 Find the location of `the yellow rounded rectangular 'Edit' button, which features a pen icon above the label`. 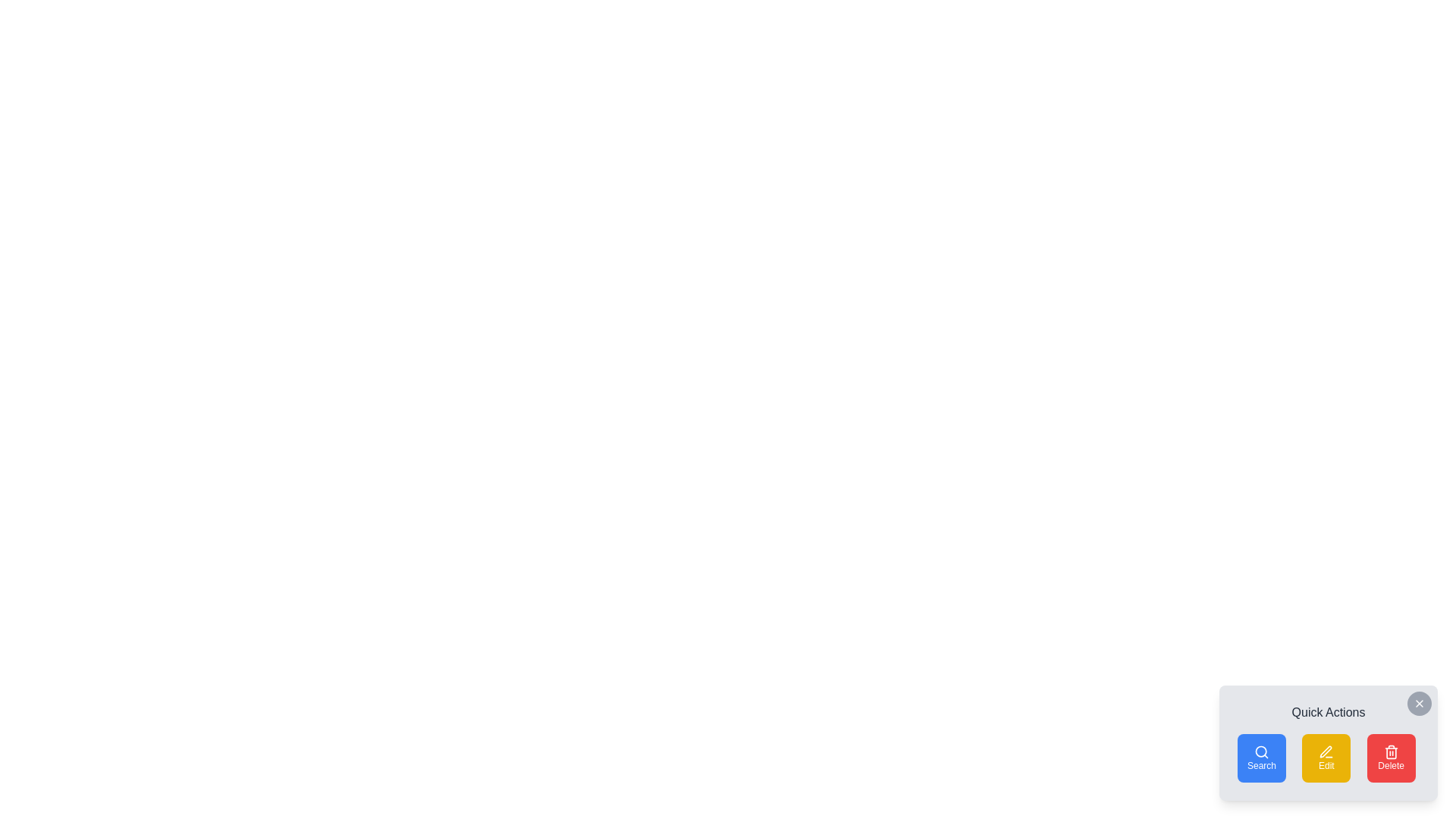

the yellow rounded rectangular 'Edit' button, which features a pen icon above the label is located at coordinates (1328, 758).